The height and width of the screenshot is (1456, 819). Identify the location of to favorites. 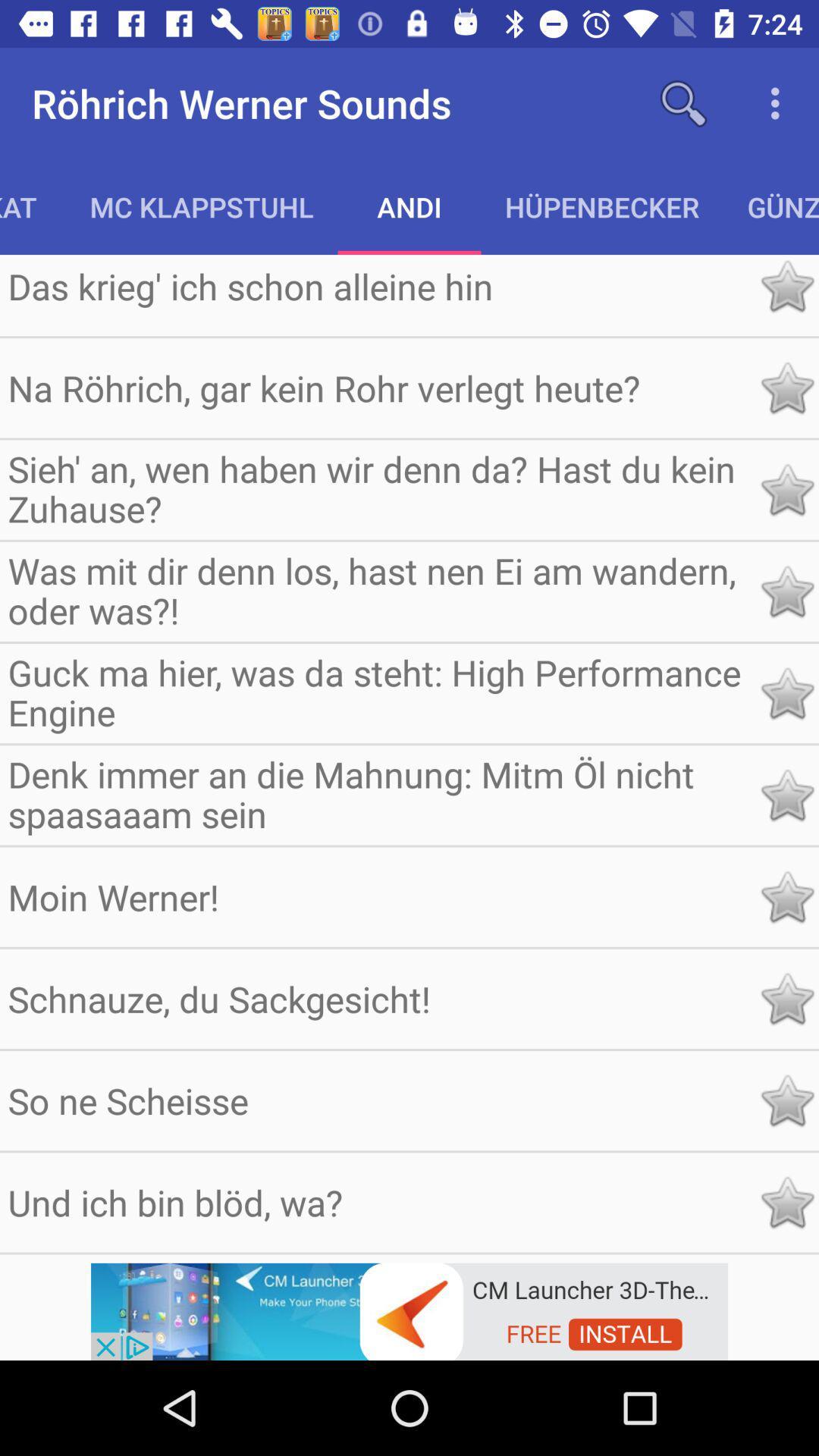
(786, 794).